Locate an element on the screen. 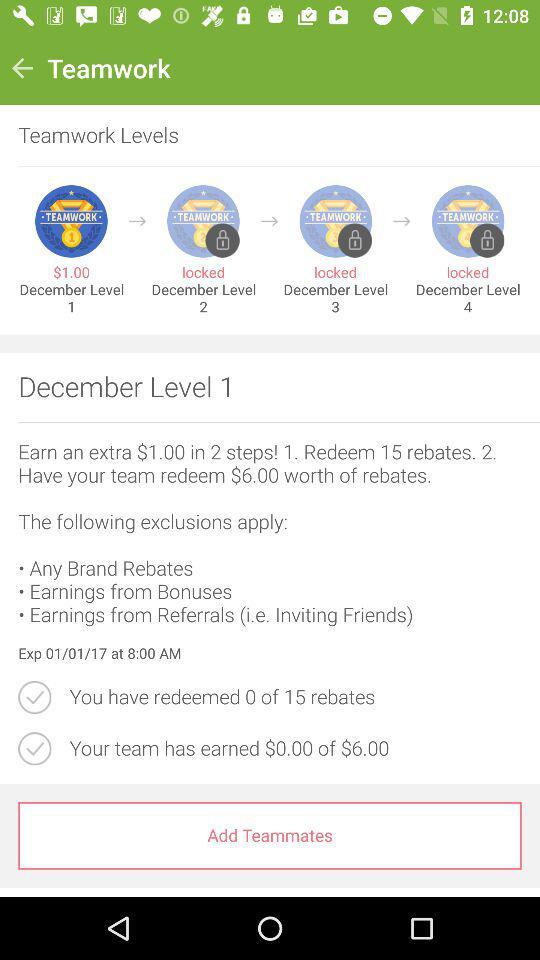 This screenshot has width=540, height=960. teamwork levels is located at coordinates (260, 134).